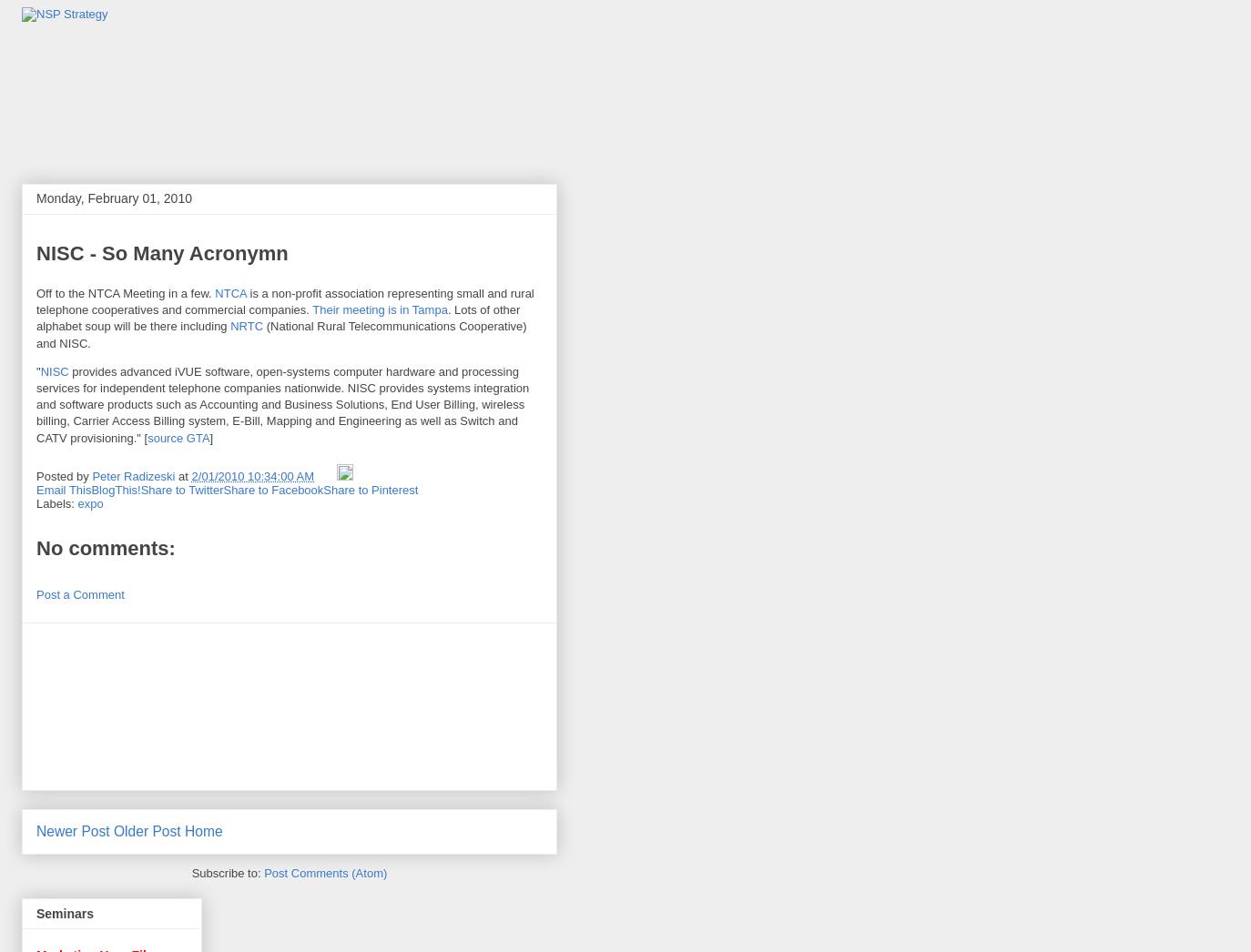 The height and width of the screenshot is (952, 1251). What do you see at coordinates (90, 476) in the screenshot?
I see `'Peter Radizeski'` at bounding box center [90, 476].